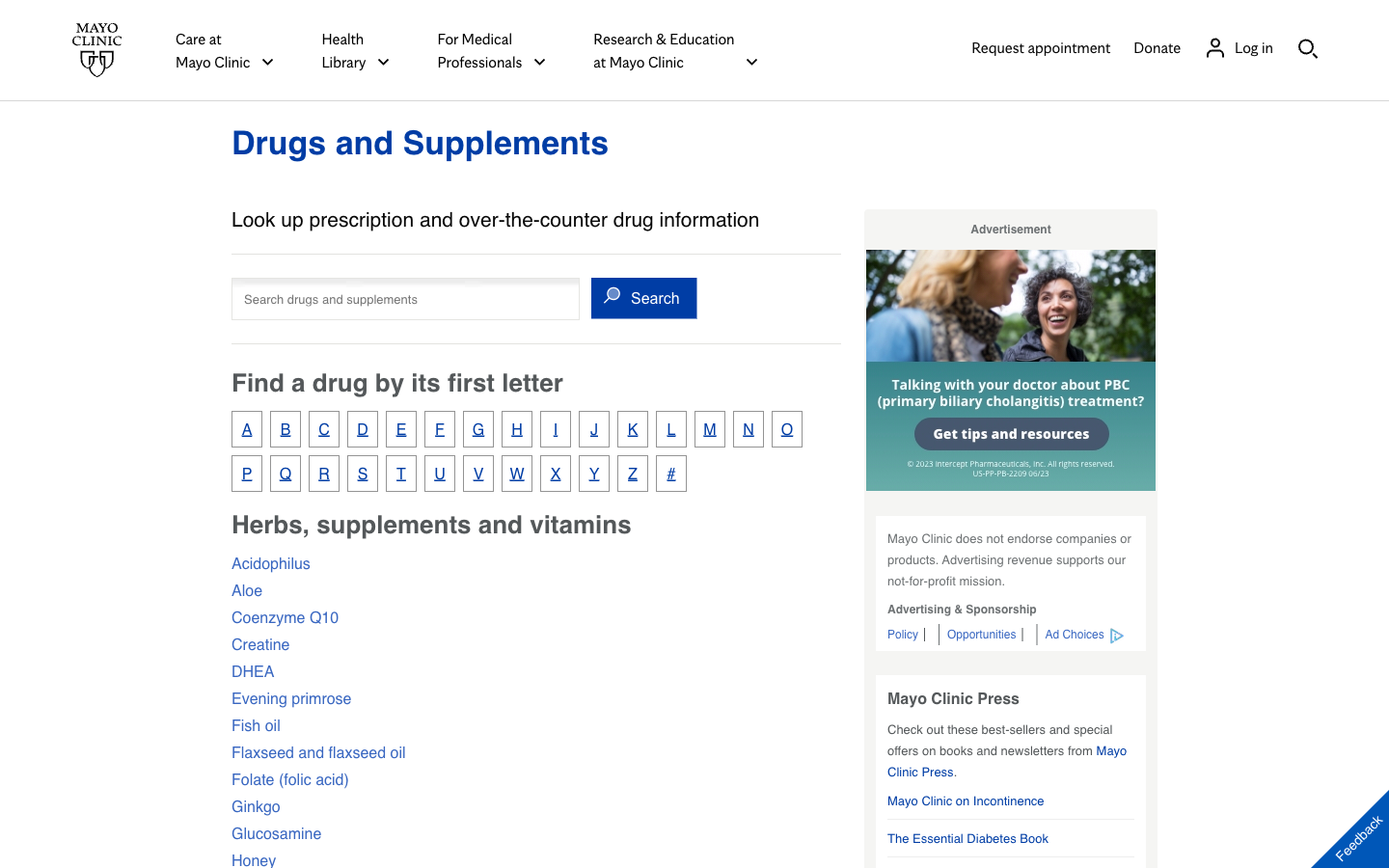  I want to click on As a medical professional, please get the first option available from the mayoclinic tab meant for you, so click(491, 49).